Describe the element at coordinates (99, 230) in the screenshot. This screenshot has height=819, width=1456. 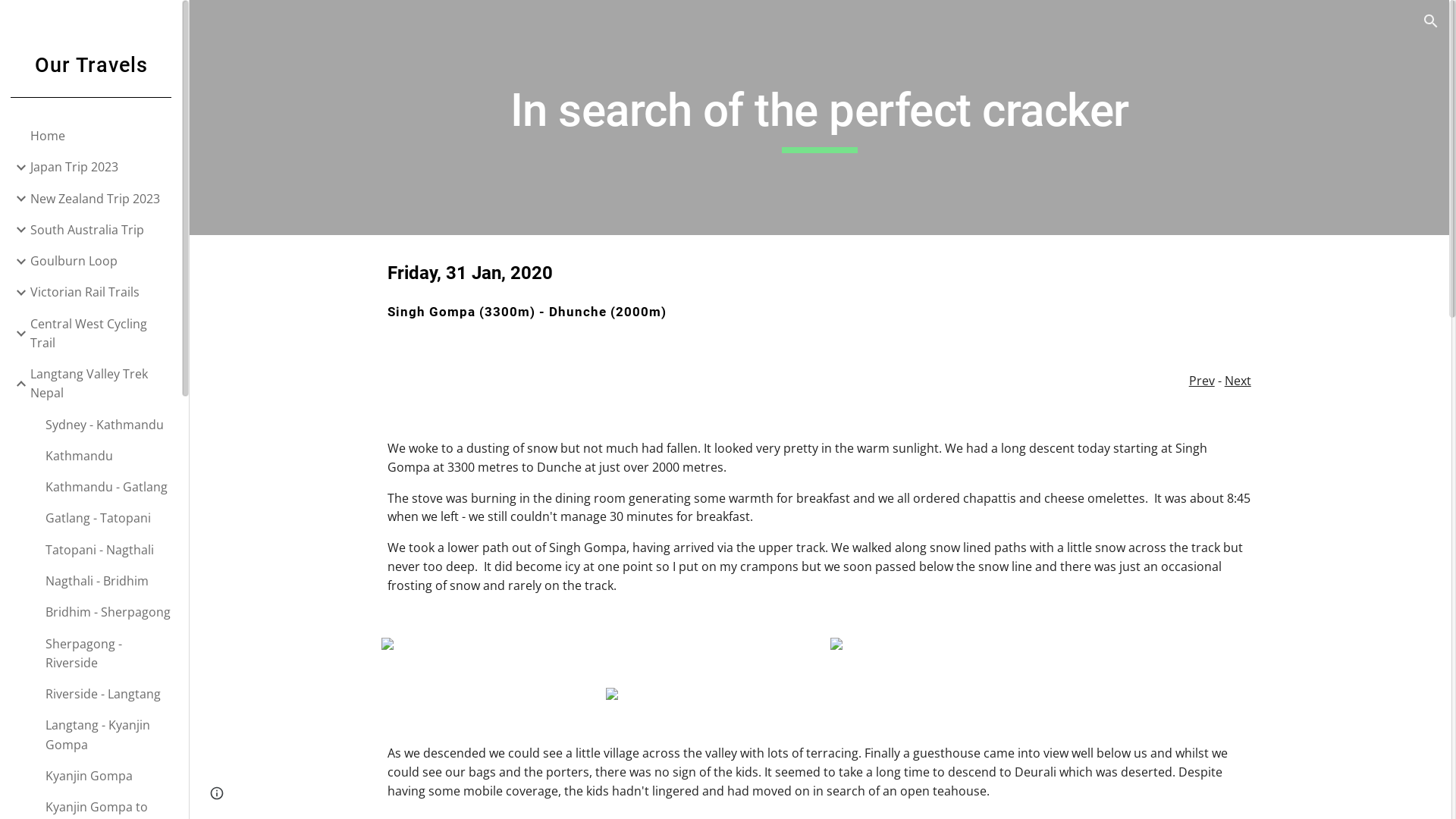
I see `'South Australia Trip'` at that location.